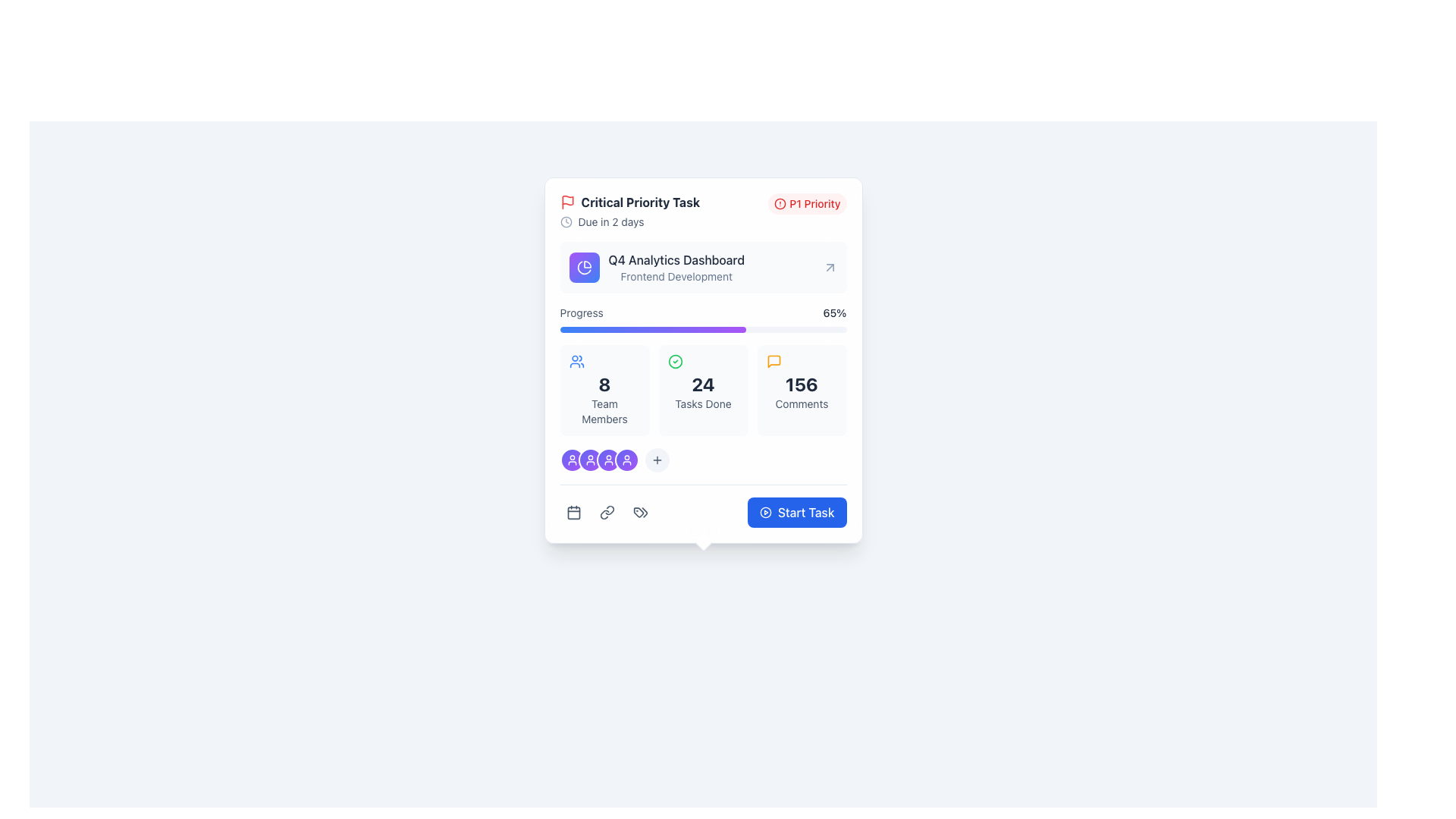 The height and width of the screenshot is (819, 1456). What do you see at coordinates (773, 362) in the screenshot?
I see `the speech bubble icon with a thin orange outline, located to the left of the '156 Comments' text in the third grid item` at bounding box center [773, 362].